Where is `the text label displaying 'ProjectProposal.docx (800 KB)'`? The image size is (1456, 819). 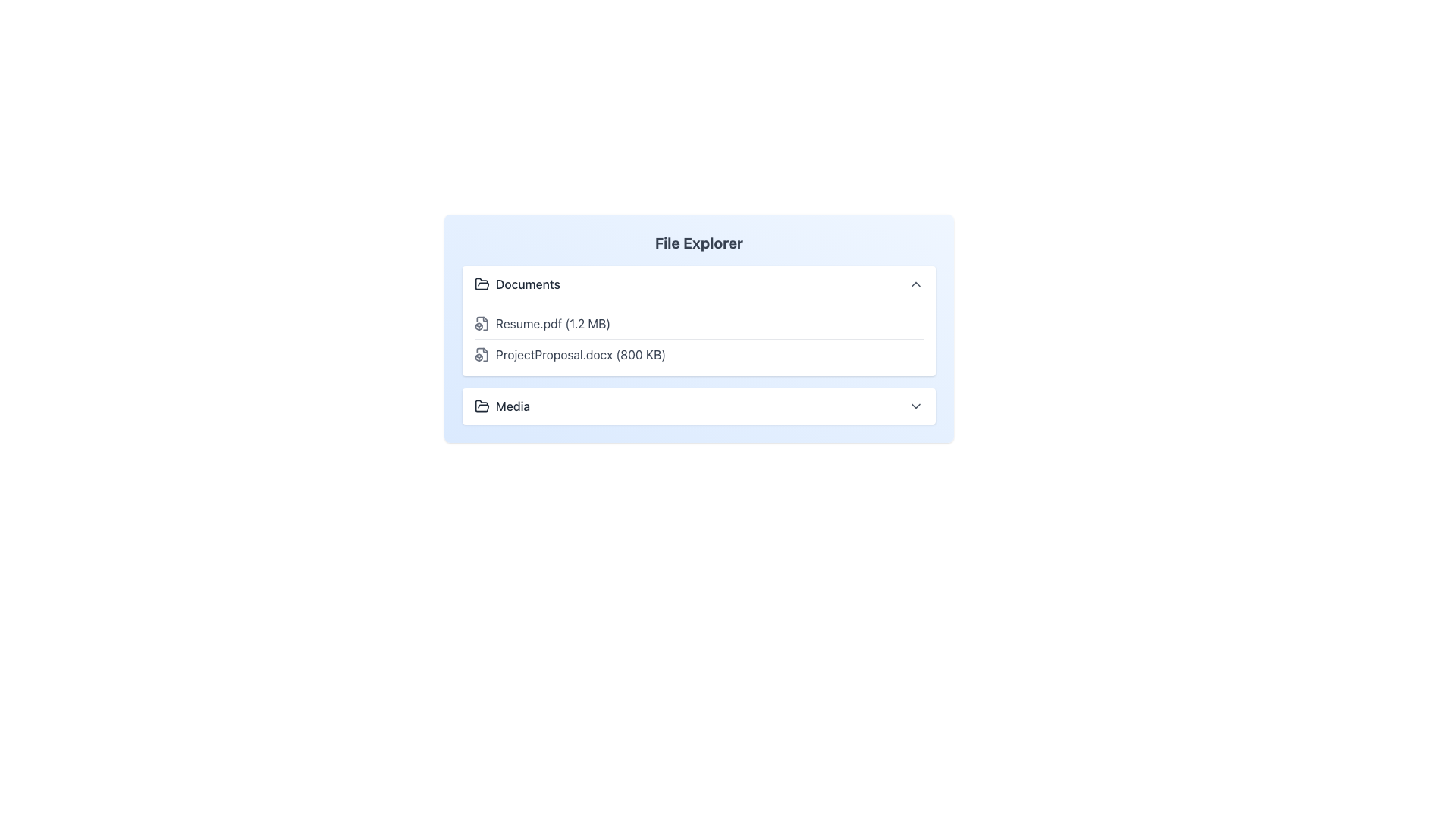
the text label displaying 'ProjectProposal.docx (800 KB)' is located at coordinates (580, 354).